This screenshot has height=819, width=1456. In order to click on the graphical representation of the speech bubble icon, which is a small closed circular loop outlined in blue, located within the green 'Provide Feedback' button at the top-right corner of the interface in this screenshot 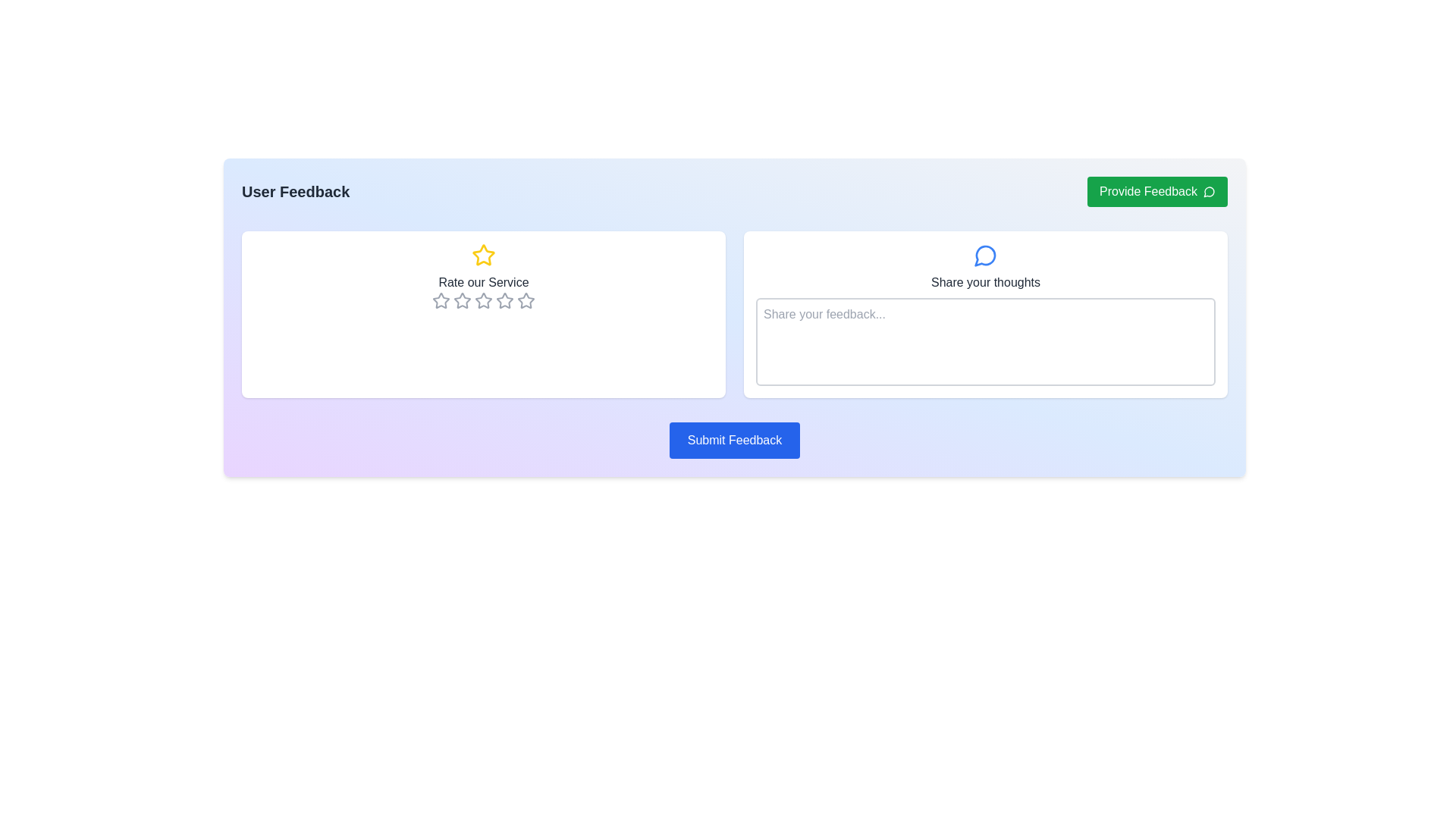, I will do `click(1208, 191)`.